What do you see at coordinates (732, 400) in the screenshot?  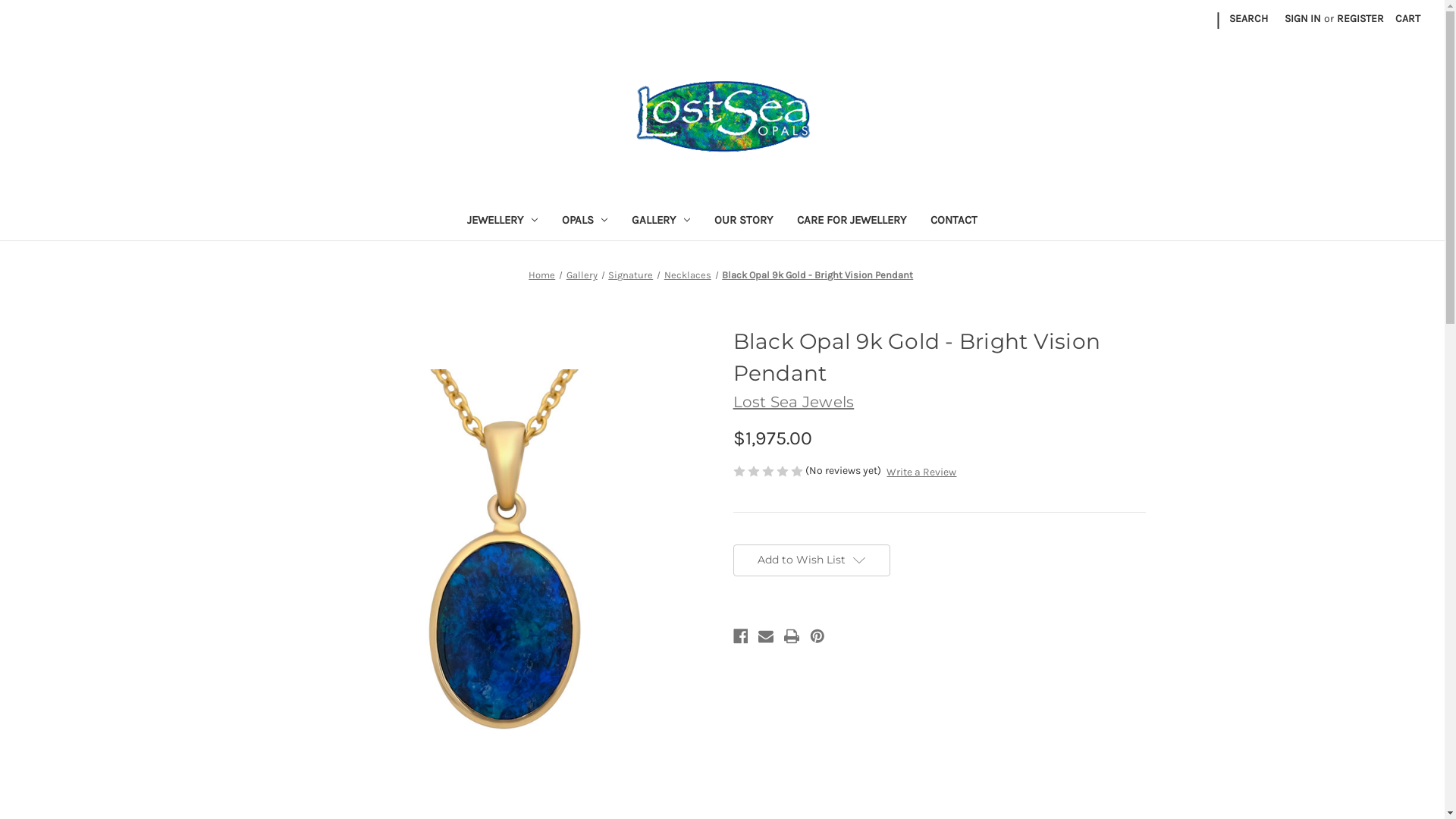 I see `'Lost Sea Jewels'` at bounding box center [732, 400].